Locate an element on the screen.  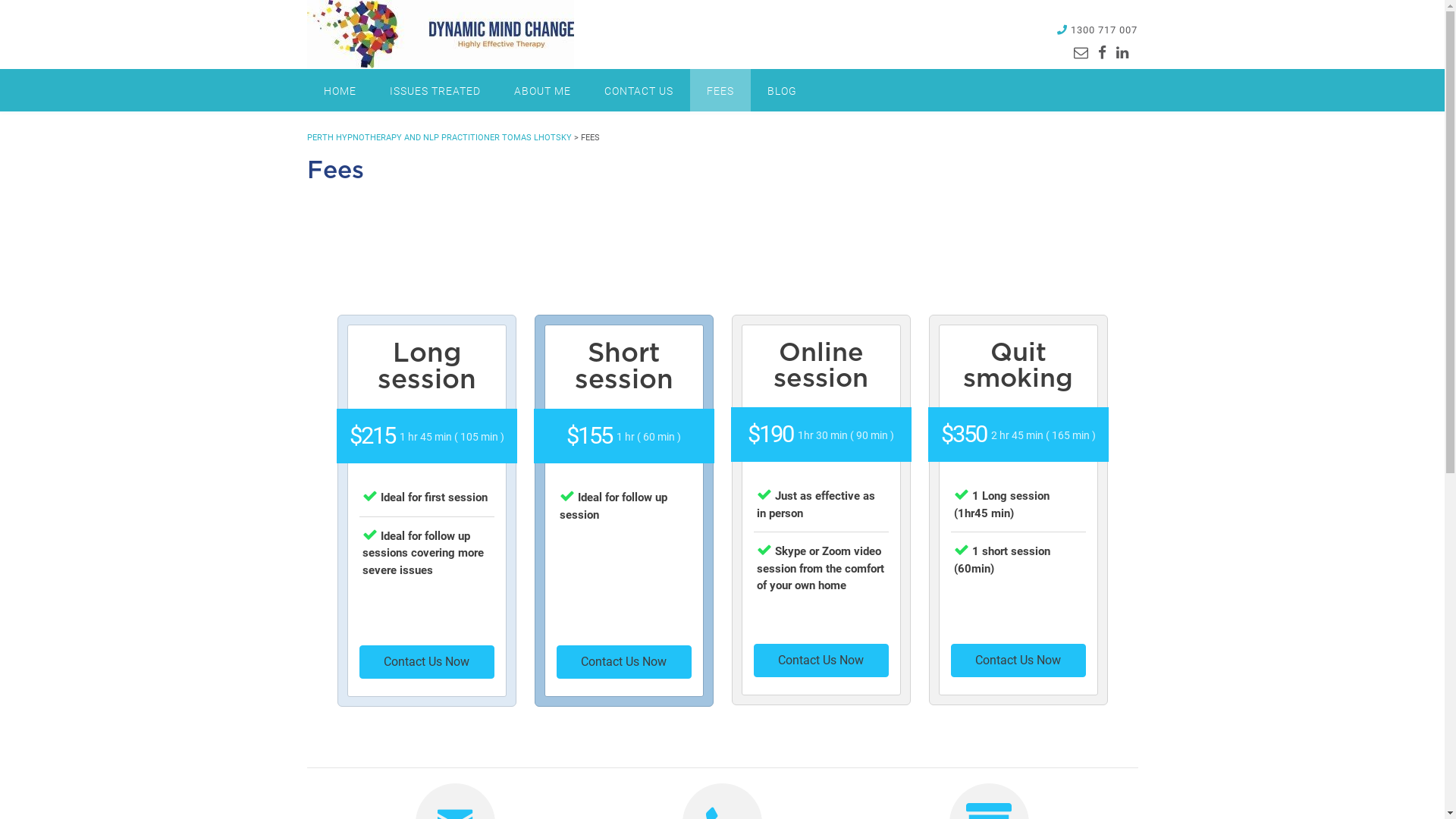
'BLOG' is located at coordinates (782, 90).